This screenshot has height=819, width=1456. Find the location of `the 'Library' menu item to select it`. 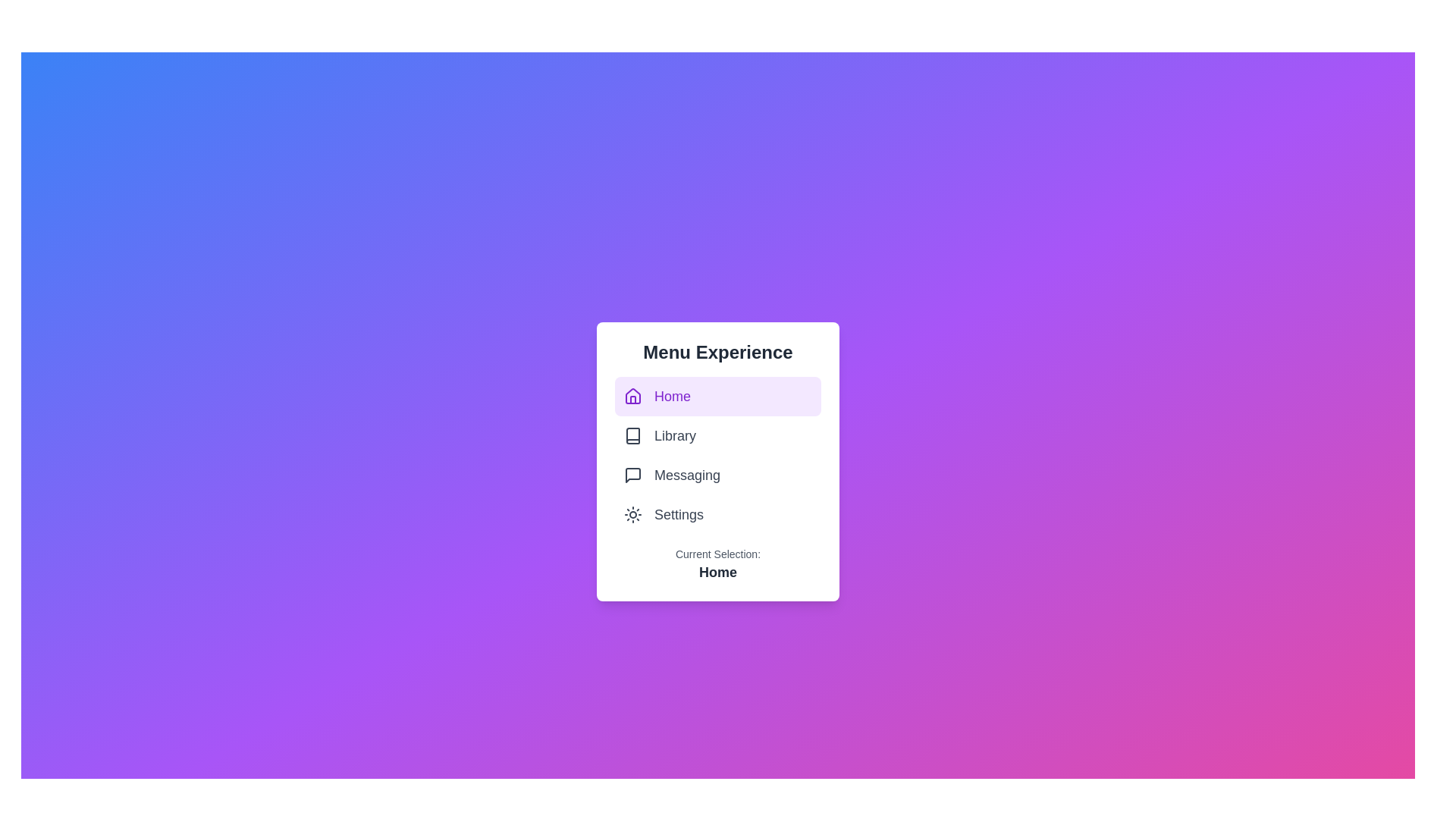

the 'Library' menu item to select it is located at coordinates (717, 435).